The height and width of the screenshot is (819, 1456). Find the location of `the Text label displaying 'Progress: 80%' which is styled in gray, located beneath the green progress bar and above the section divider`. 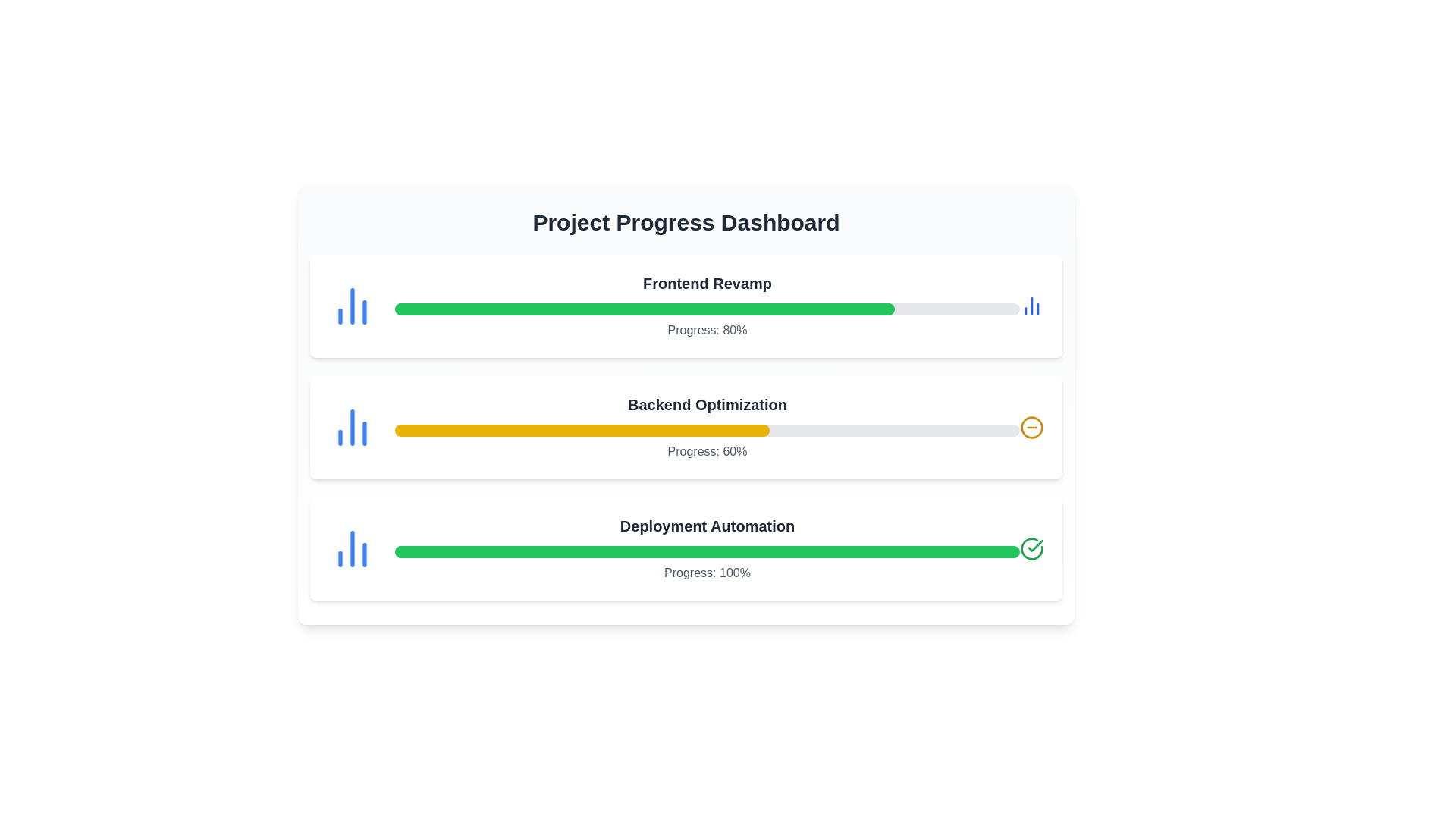

the Text label displaying 'Progress: 80%' which is styled in gray, located beneath the green progress bar and above the section divider is located at coordinates (706, 329).